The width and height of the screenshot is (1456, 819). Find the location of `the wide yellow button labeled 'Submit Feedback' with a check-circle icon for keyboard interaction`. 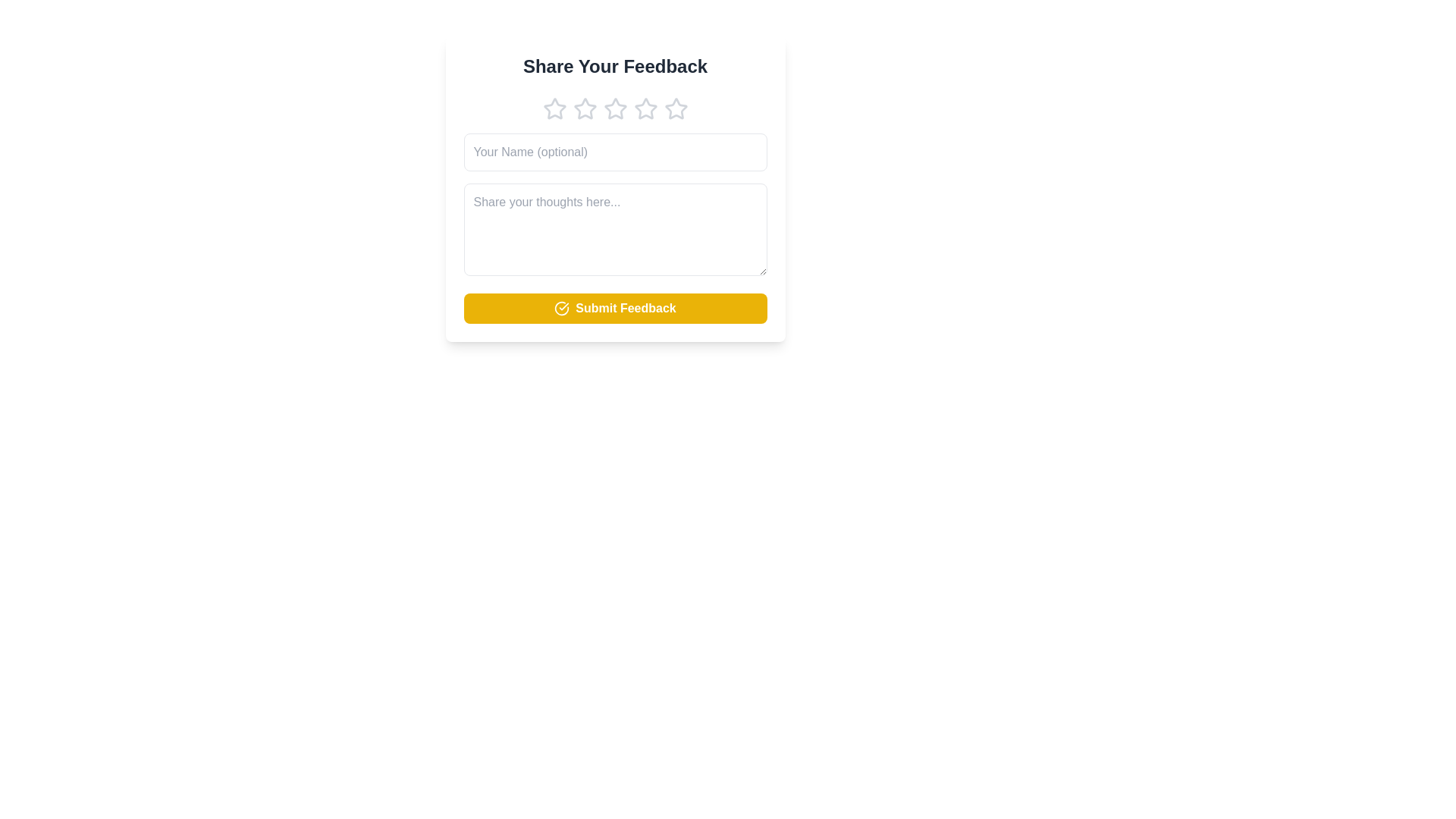

the wide yellow button labeled 'Submit Feedback' with a check-circle icon for keyboard interaction is located at coordinates (615, 308).